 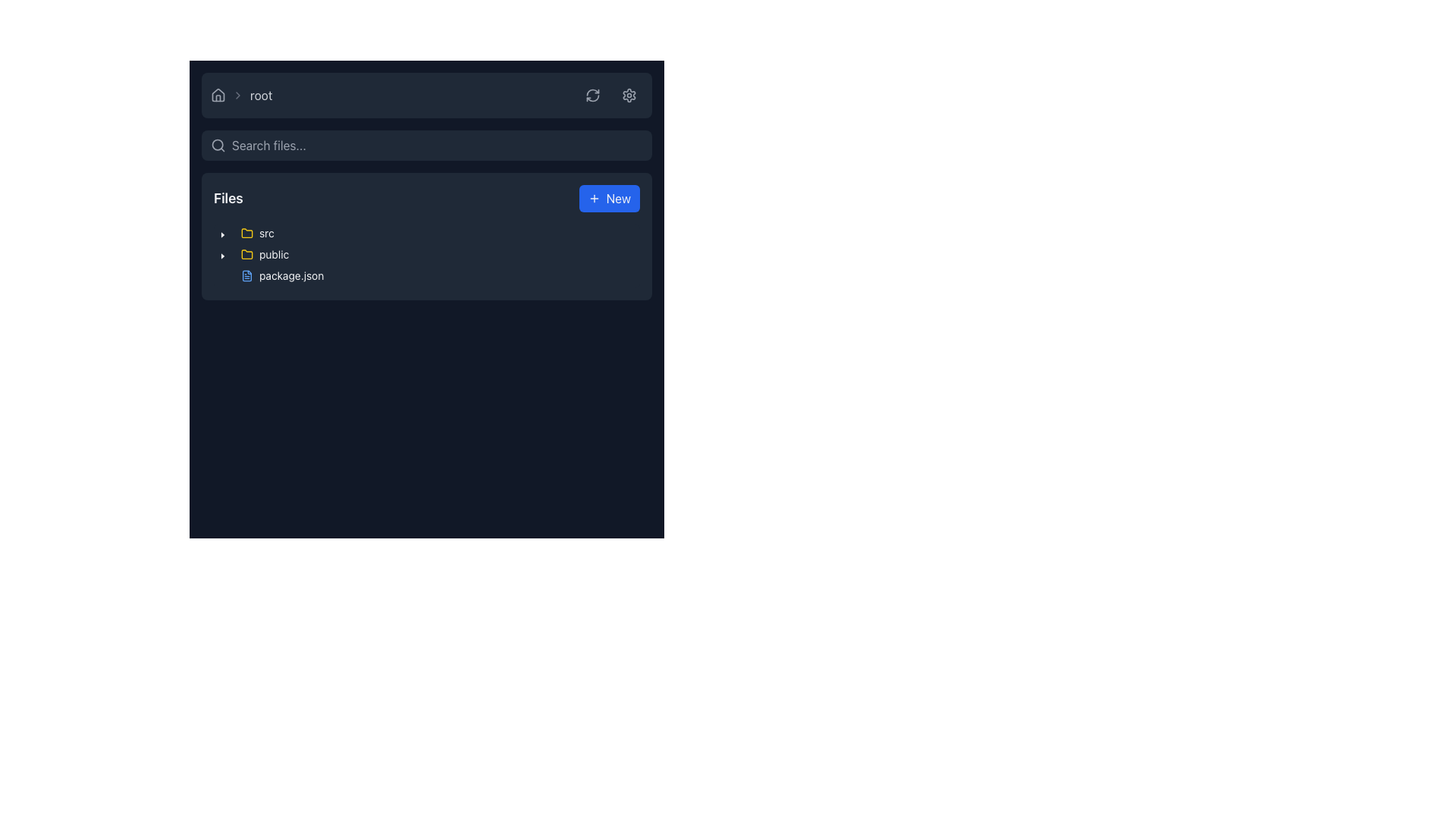 What do you see at coordinates (592, 96) in the screenshot?
I see `the refresh icon with a circular arrow pattern, located in the top-right section of the interface` at bounding box center [592, 96].